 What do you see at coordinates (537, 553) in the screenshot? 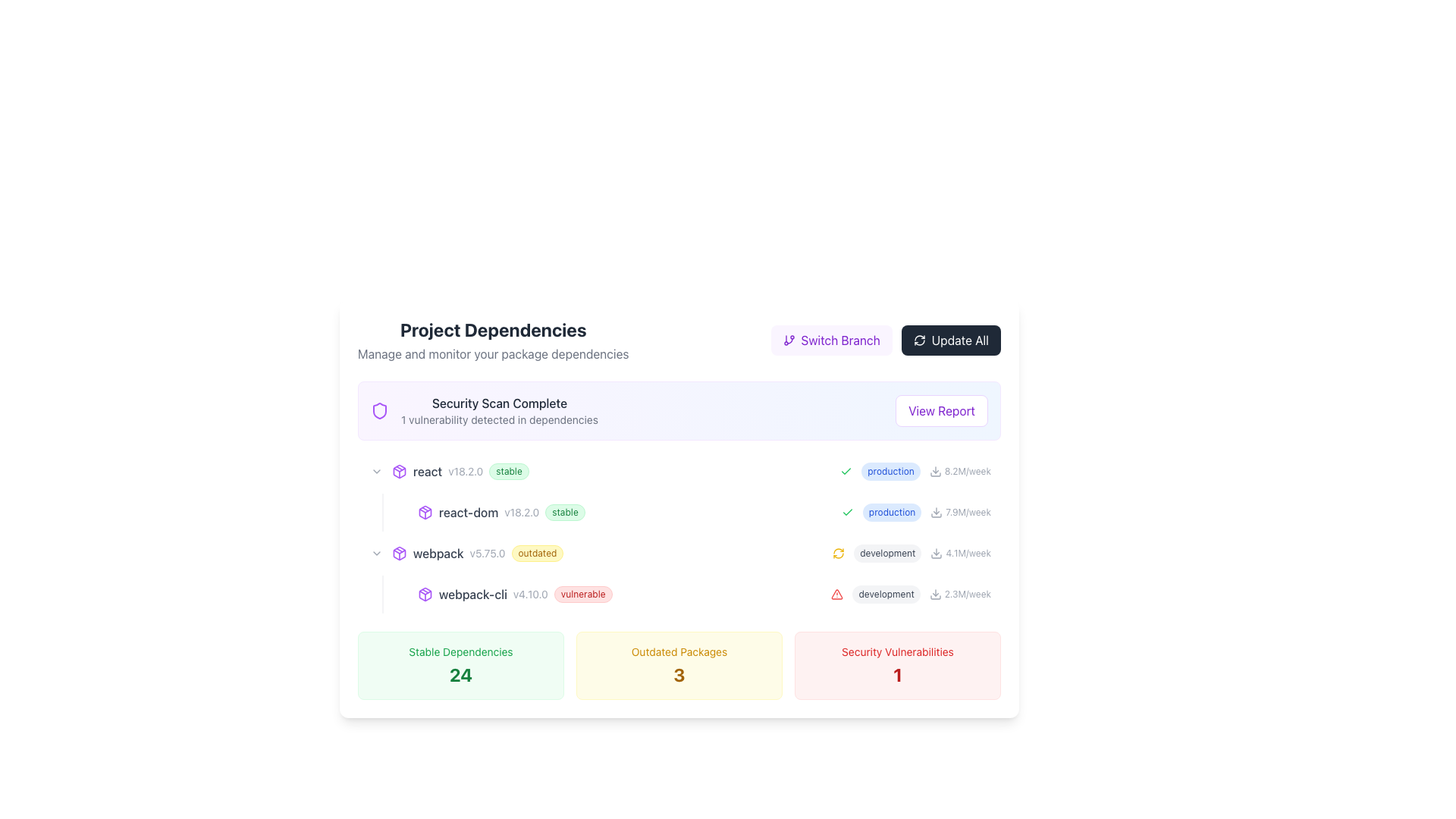
I see `the Textual badge indicating that 'webpack' is outdated, located to the right of 'v5.75.0' and 'webpack' within the 'Project Dependencies' section under the 'Security Scan Complete' card` at bounding box center [537, 553].